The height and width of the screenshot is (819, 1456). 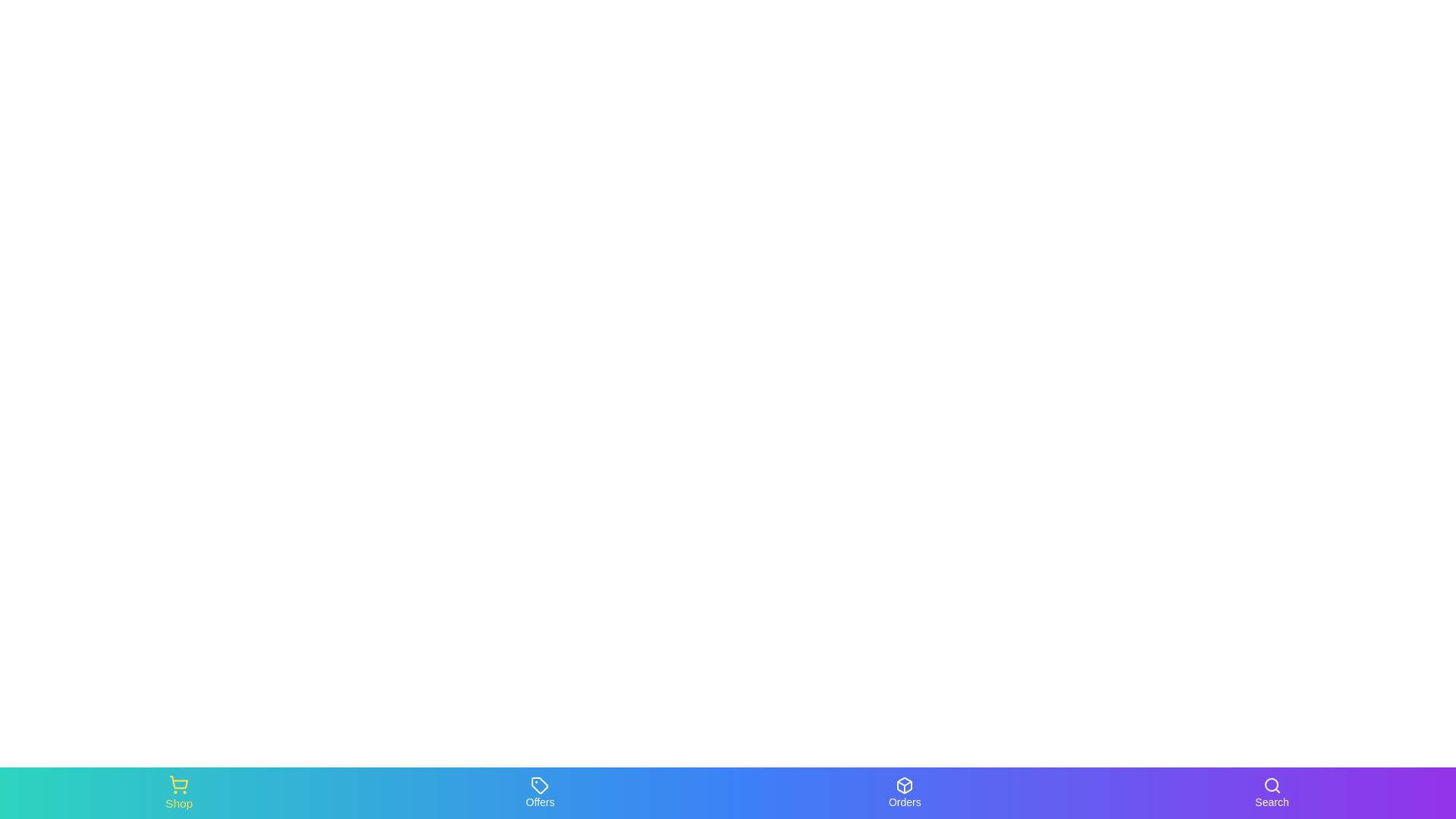 What do you see at coordinates (539, 792) in the screenshot?
I see `the Offers tab` at bounding box center [539, 792].